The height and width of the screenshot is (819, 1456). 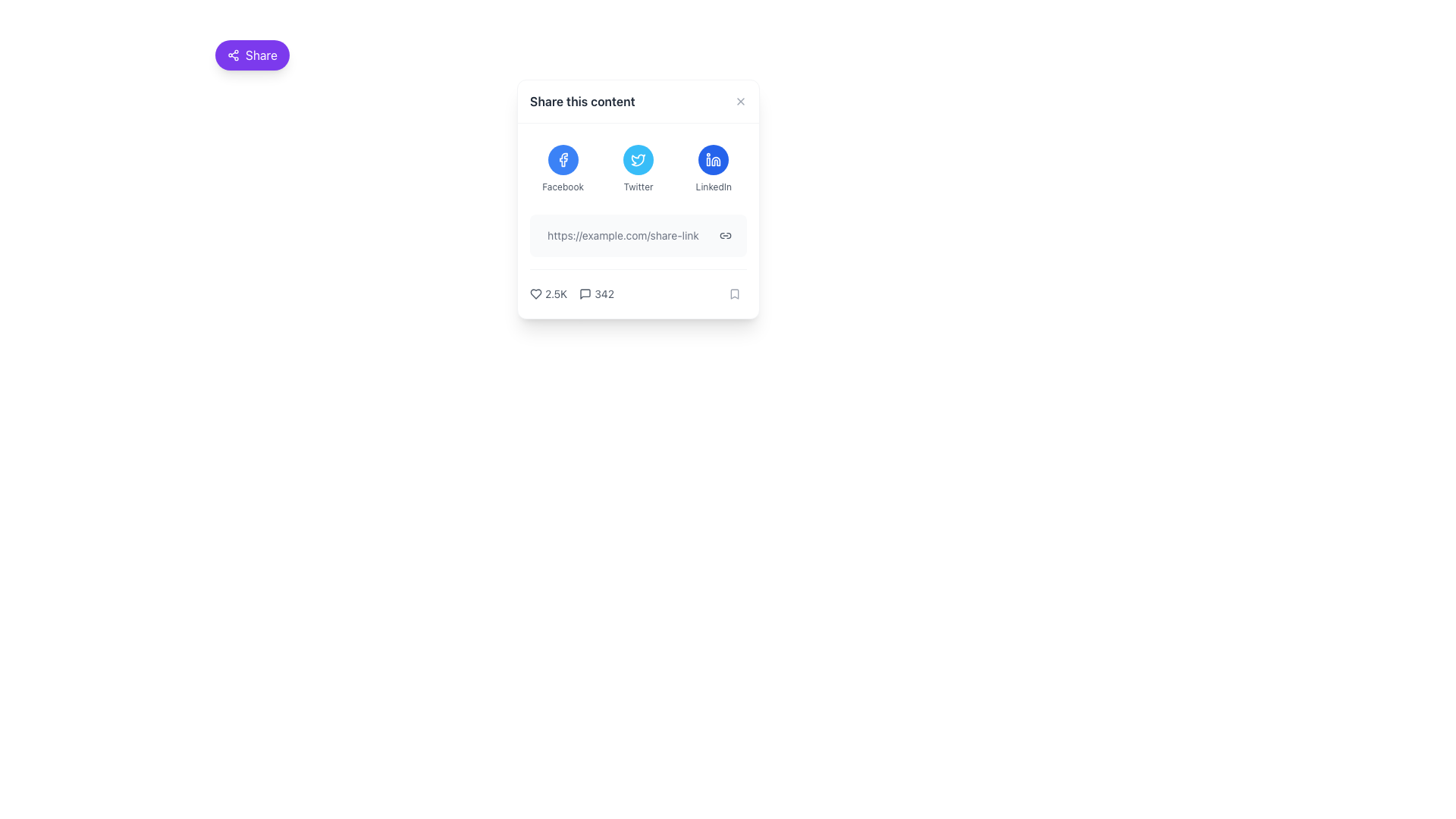 I want to click on the heart-shaped like icon which indicates the favorite interaction, located to the left of the numeric text '2.5K', so click(x=535, y=294).